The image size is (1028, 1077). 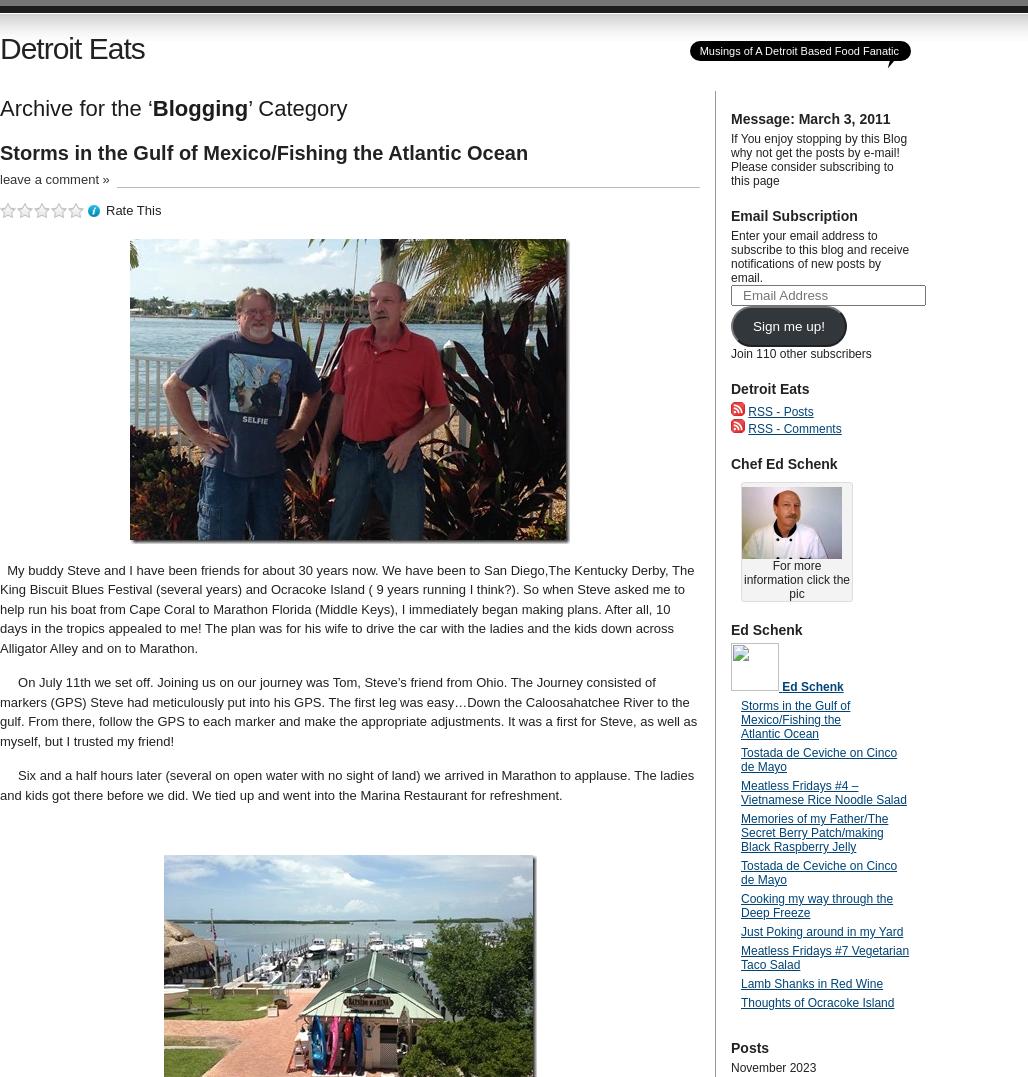 What do you see at coordinates (199, 107) in the screenshot?
I see `'Blogging'` at bounding box center [199, 107].